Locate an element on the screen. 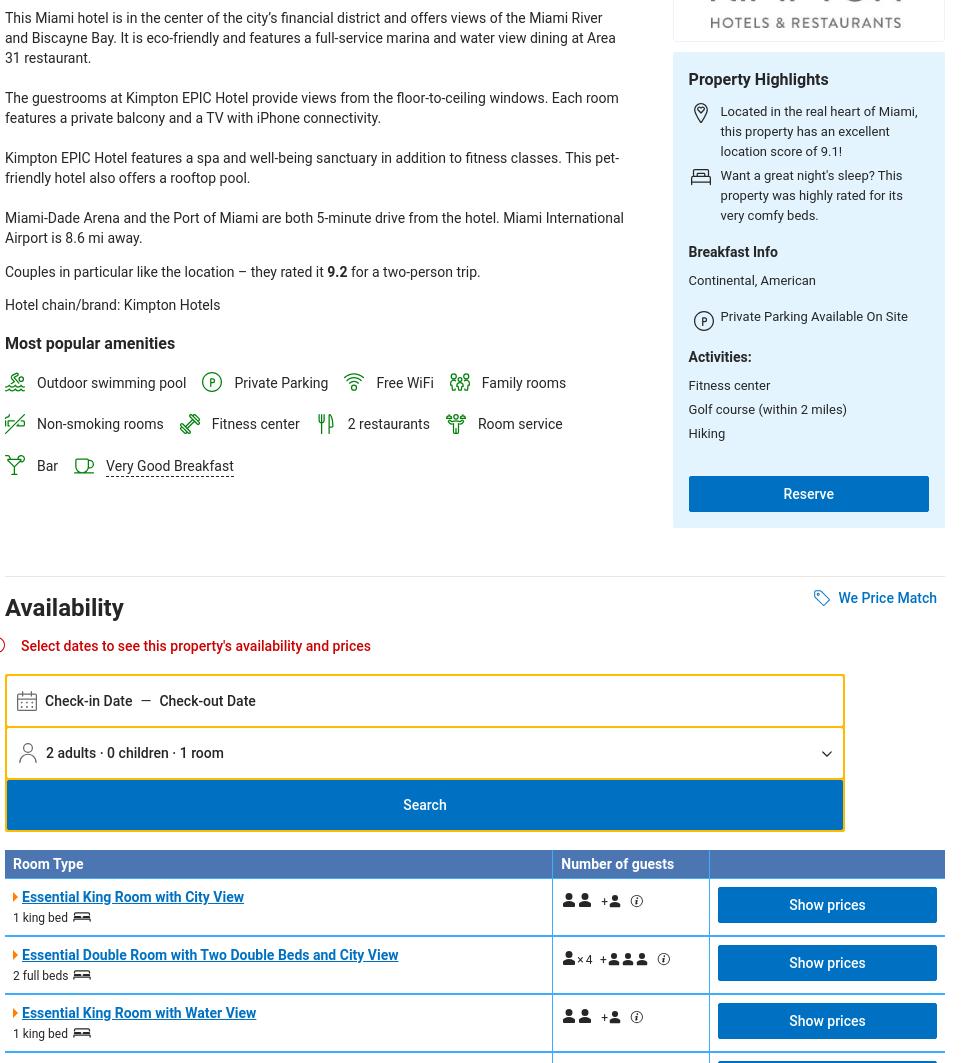 This screenshot has height=1063, width=961. 'We Price Match' is located at coordinates (837, 595).